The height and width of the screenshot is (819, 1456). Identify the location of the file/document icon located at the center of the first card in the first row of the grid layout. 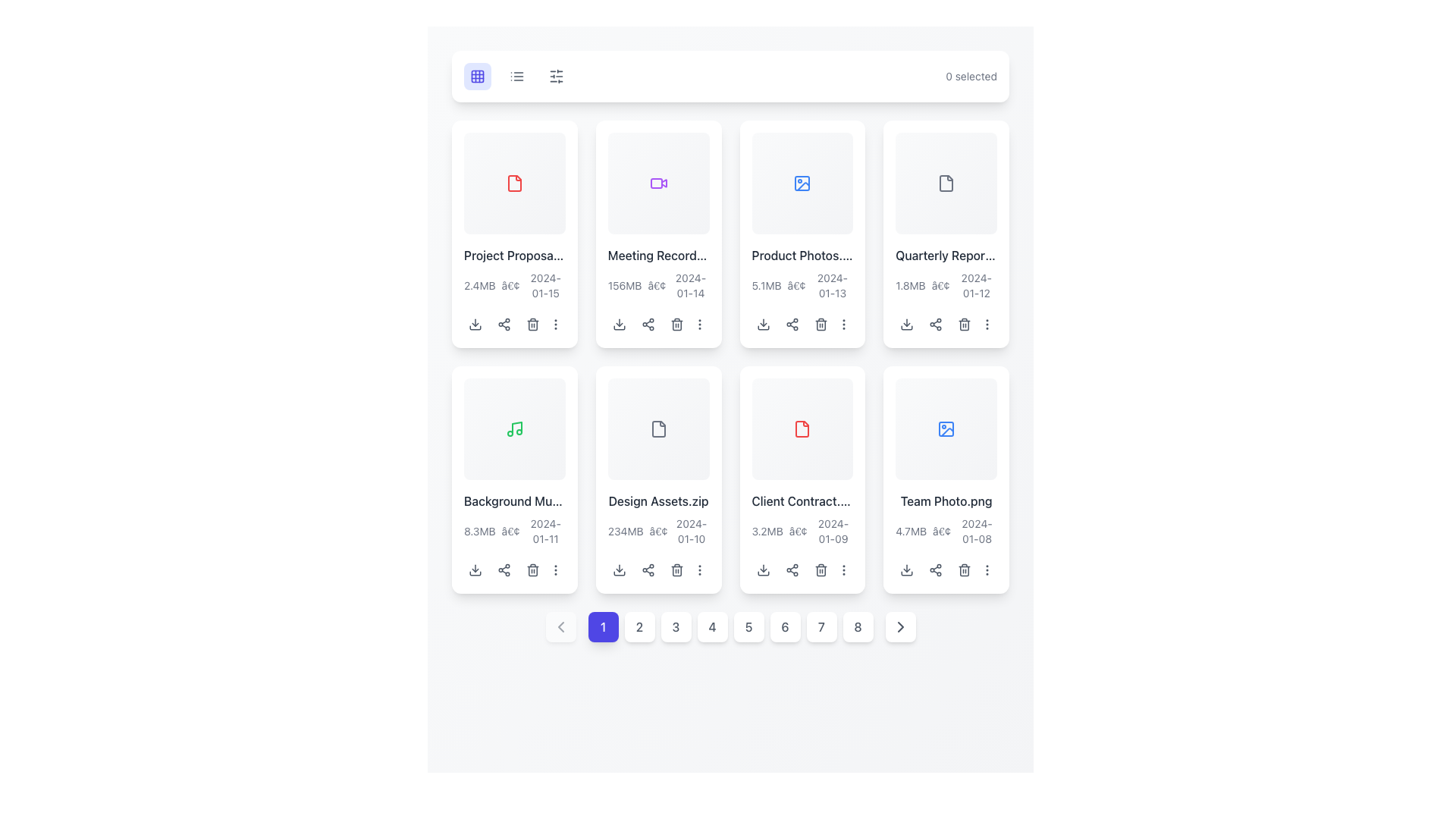
(514, 182).